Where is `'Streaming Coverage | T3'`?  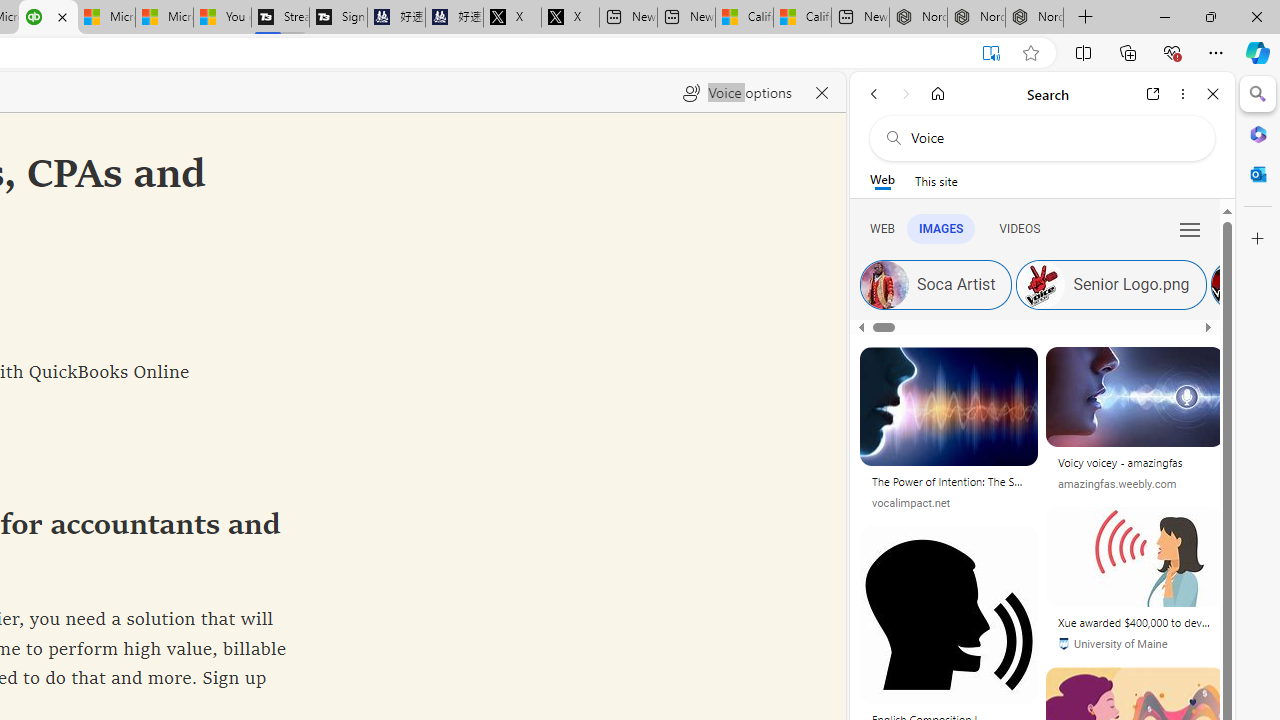 'Streaming Coverage | T3' is located at coordinates (279, 17).